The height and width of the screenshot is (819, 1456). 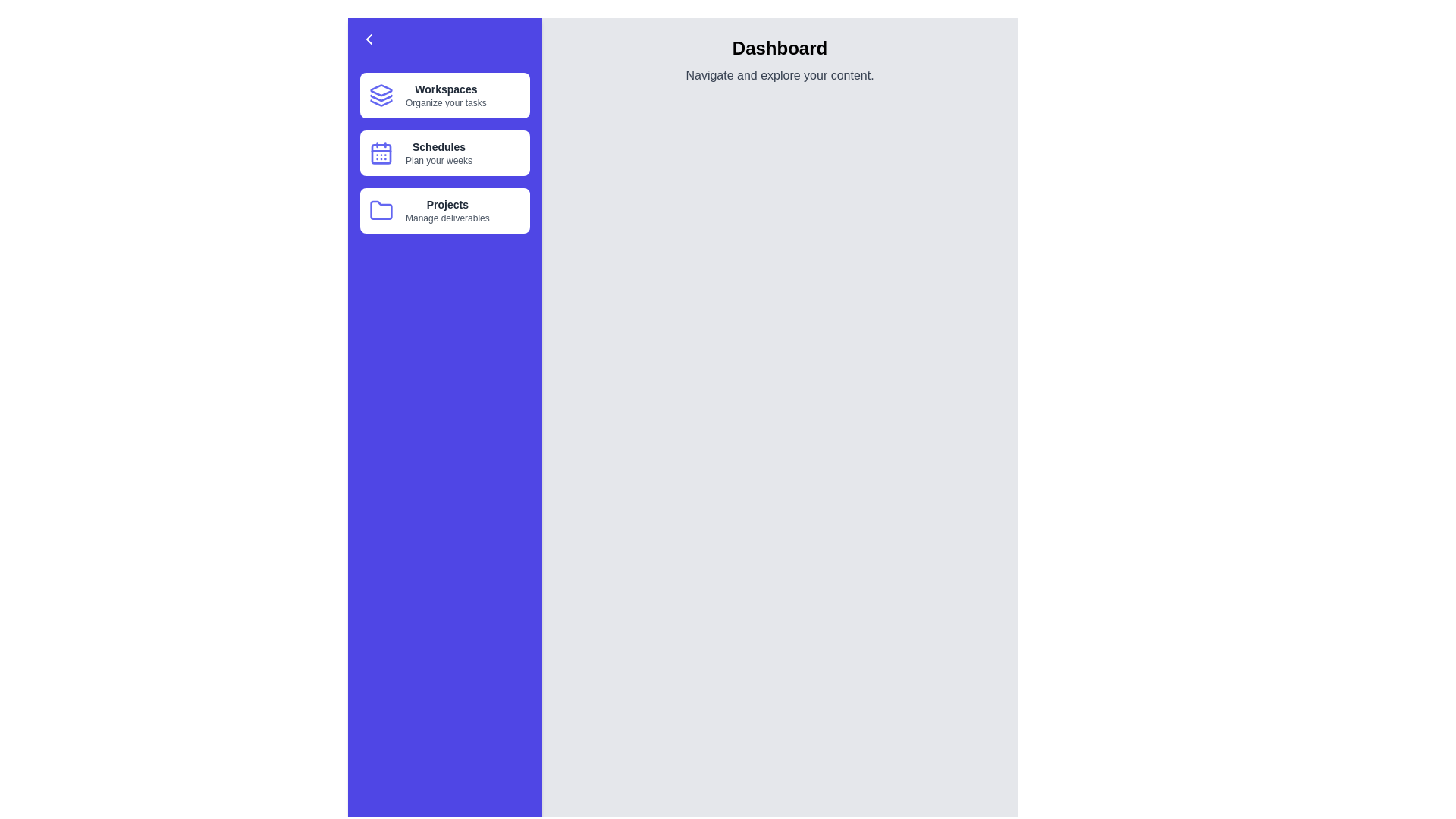 I want to click on toggle button at the top of the navigation drawer to toggle its state, so click(x=444, y=38).